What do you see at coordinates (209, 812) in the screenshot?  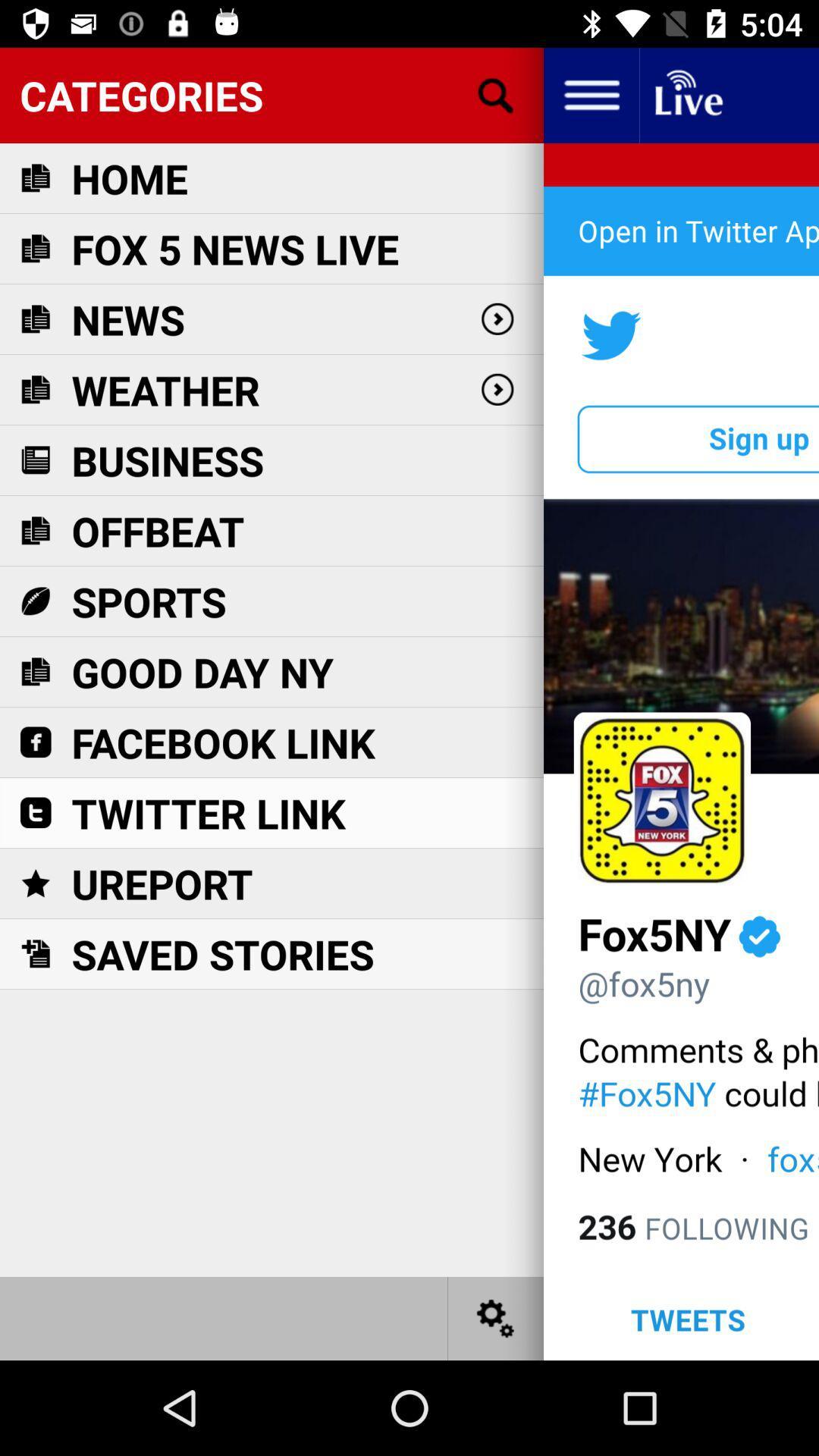 I see `twitter link icon` at bounding box center [209, 812].